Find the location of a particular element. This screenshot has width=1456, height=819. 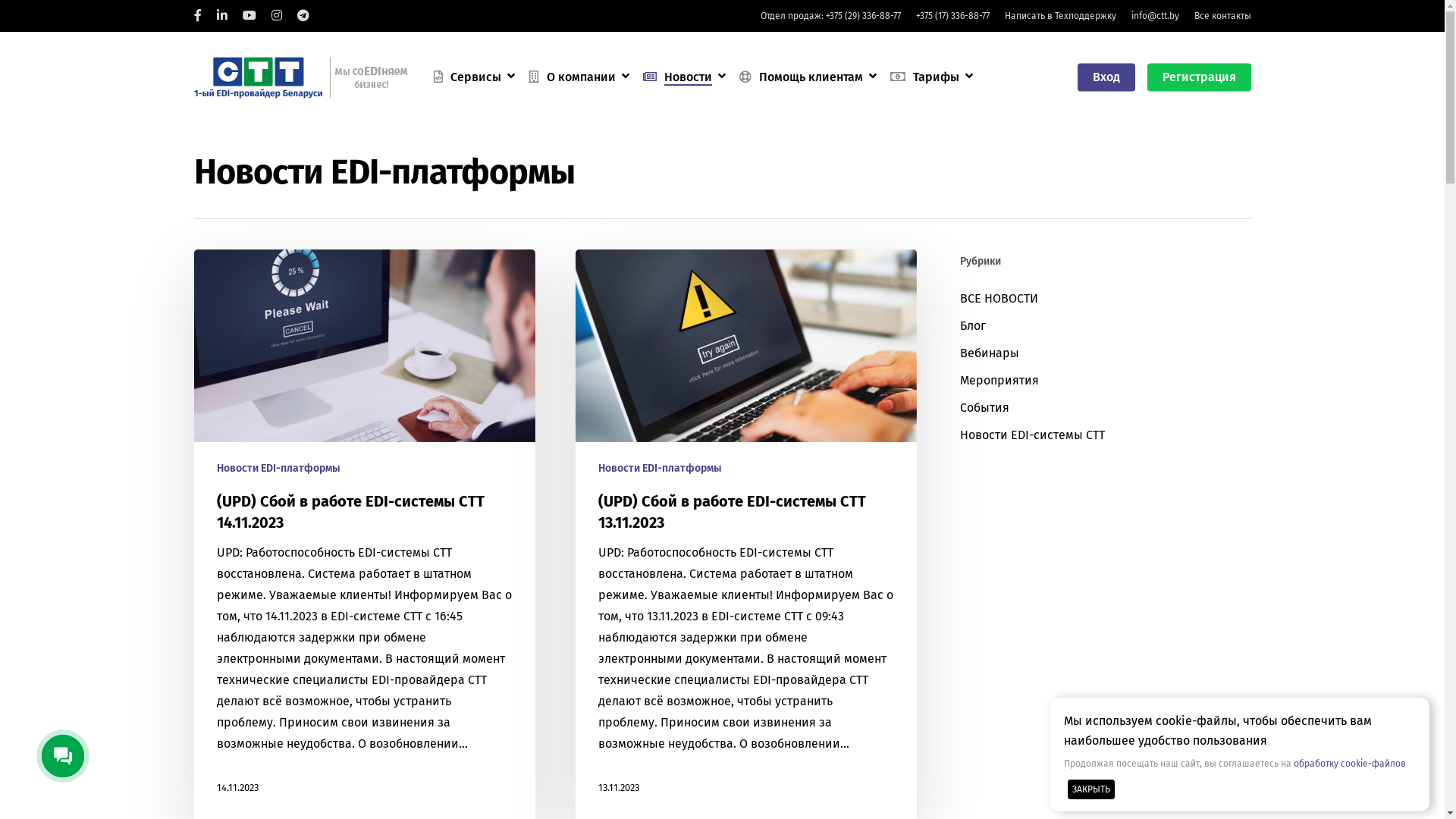

'info@ctt.by' is located at coordinates (1154, 15).